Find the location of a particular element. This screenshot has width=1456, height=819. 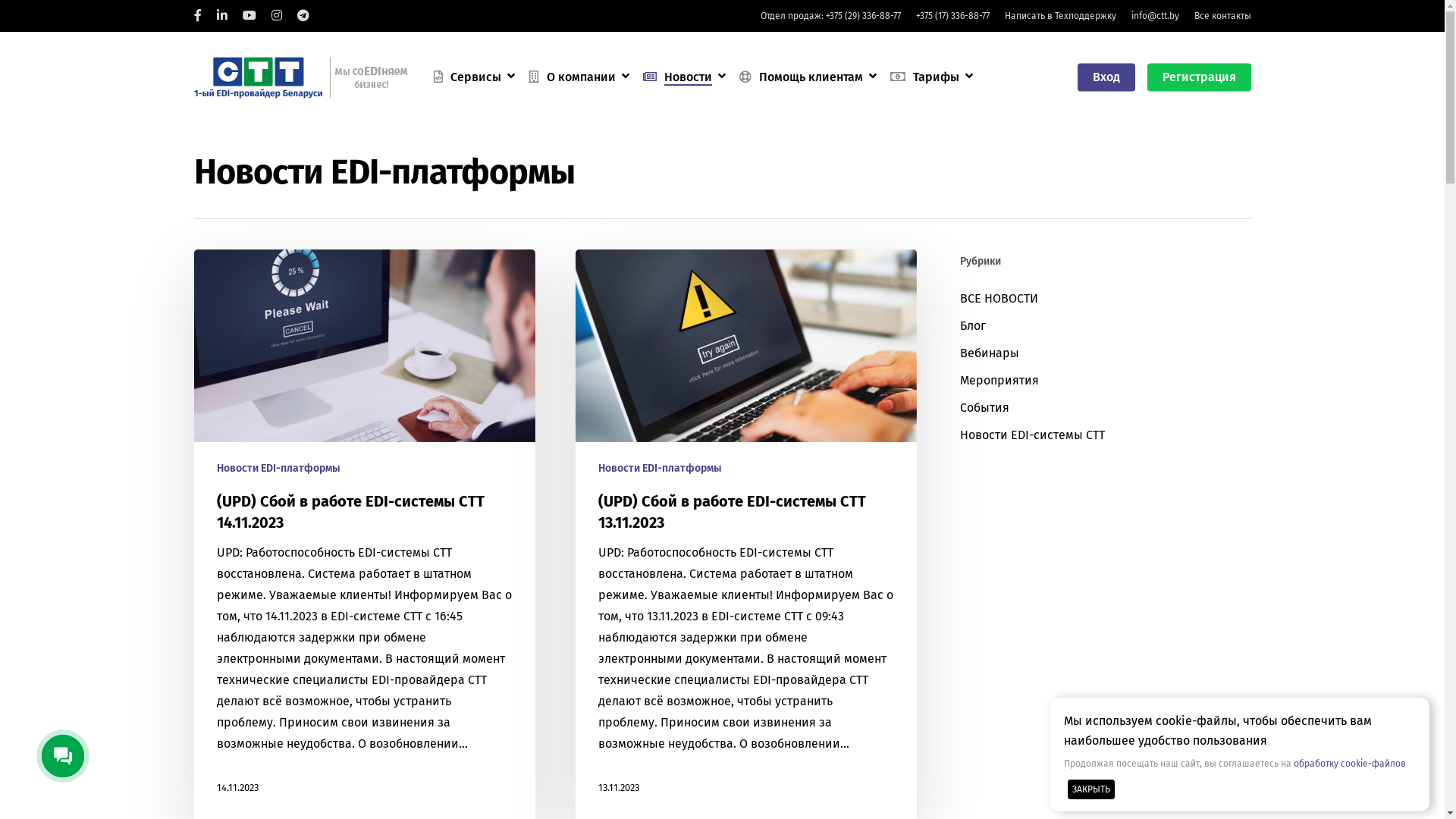

'info@ctt.by' is located at coordinates (1154, 15).